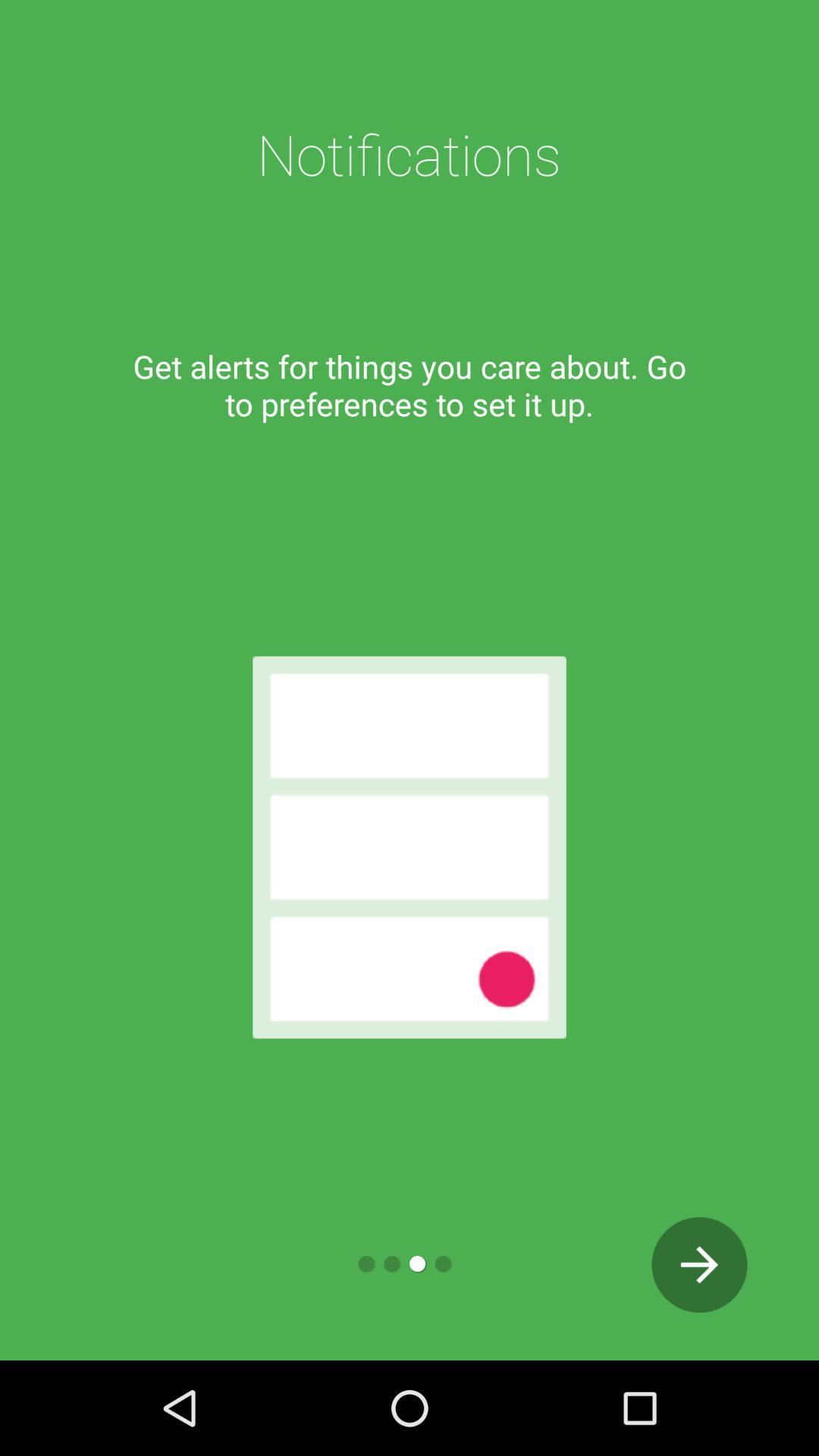 The width and height of the screenshot is (819, 1456). I want to click on go forward button, so click(699, 1264).